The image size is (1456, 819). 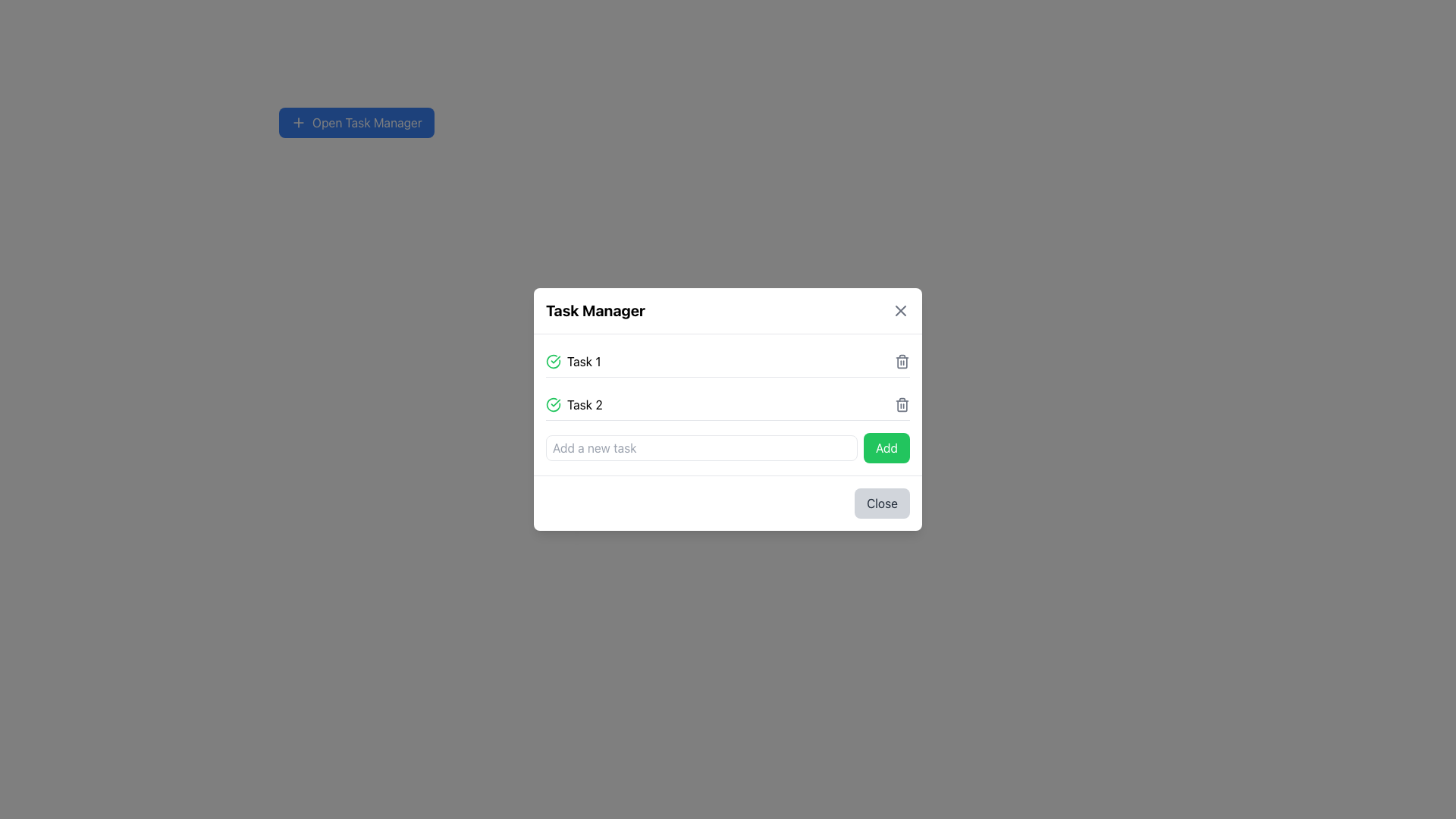 What do you see at coordinates (573, 403) in the screenshot?
I see `text label identifying the second task in the 'Task Manager' dialogue, which is located under 'Task 1' and above the input field for adding a new task` at bounding box center [573, 403].